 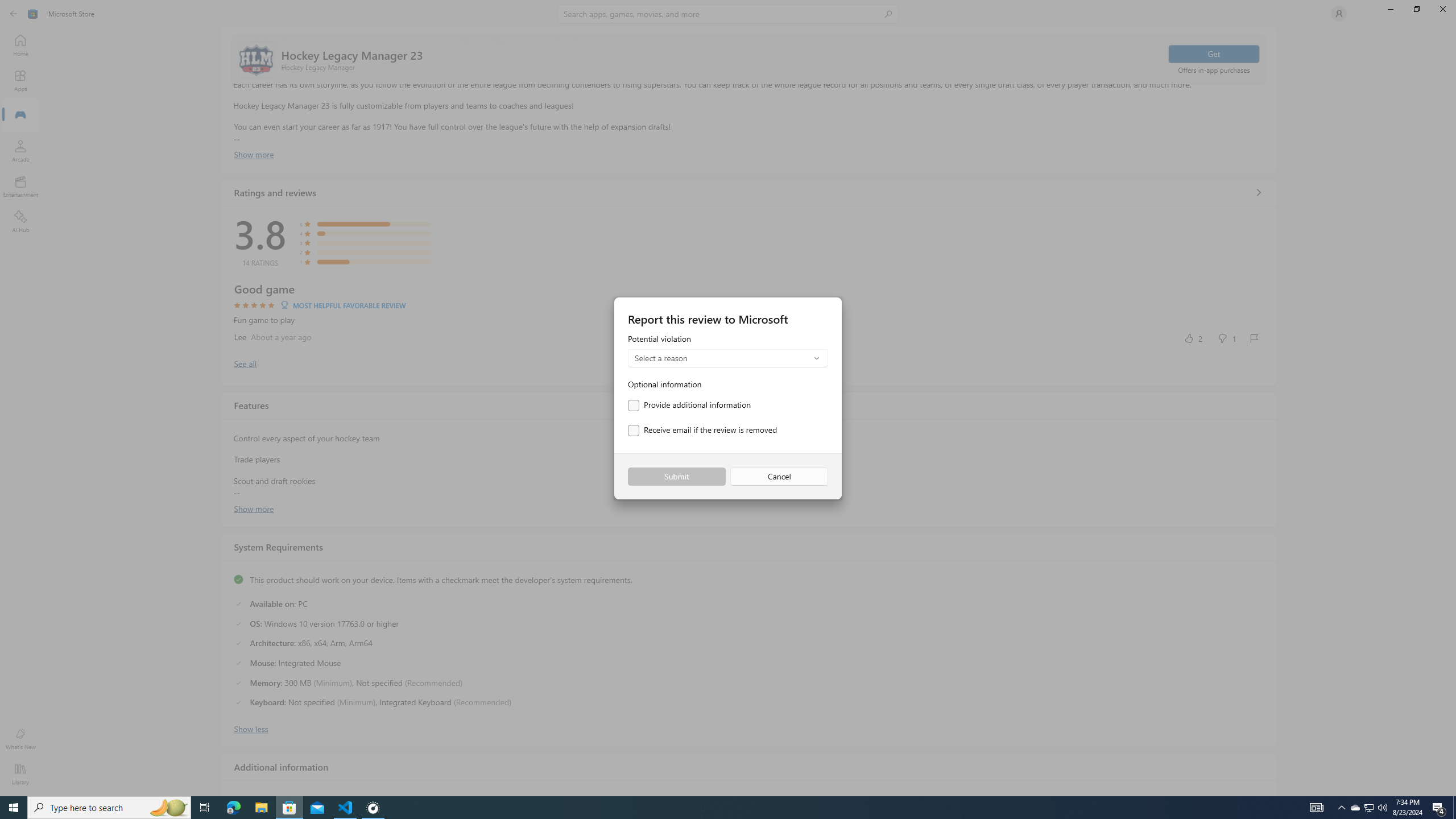 I want to click on 'AI Hub', so click(x=19, y=221).